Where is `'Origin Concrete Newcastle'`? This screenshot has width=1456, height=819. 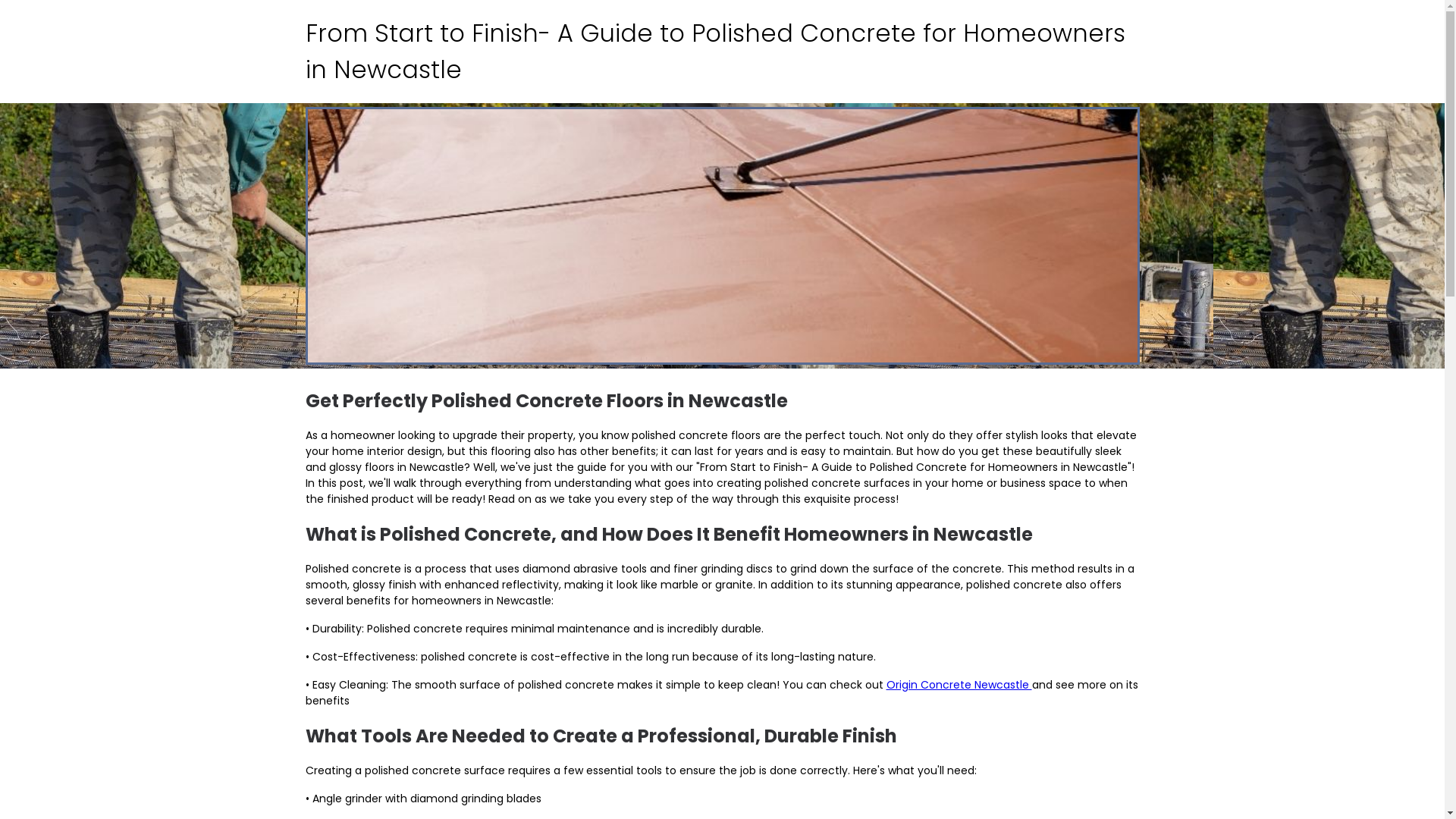
'Origin Concrete Newcastle' is located at coordinates (957, 684).